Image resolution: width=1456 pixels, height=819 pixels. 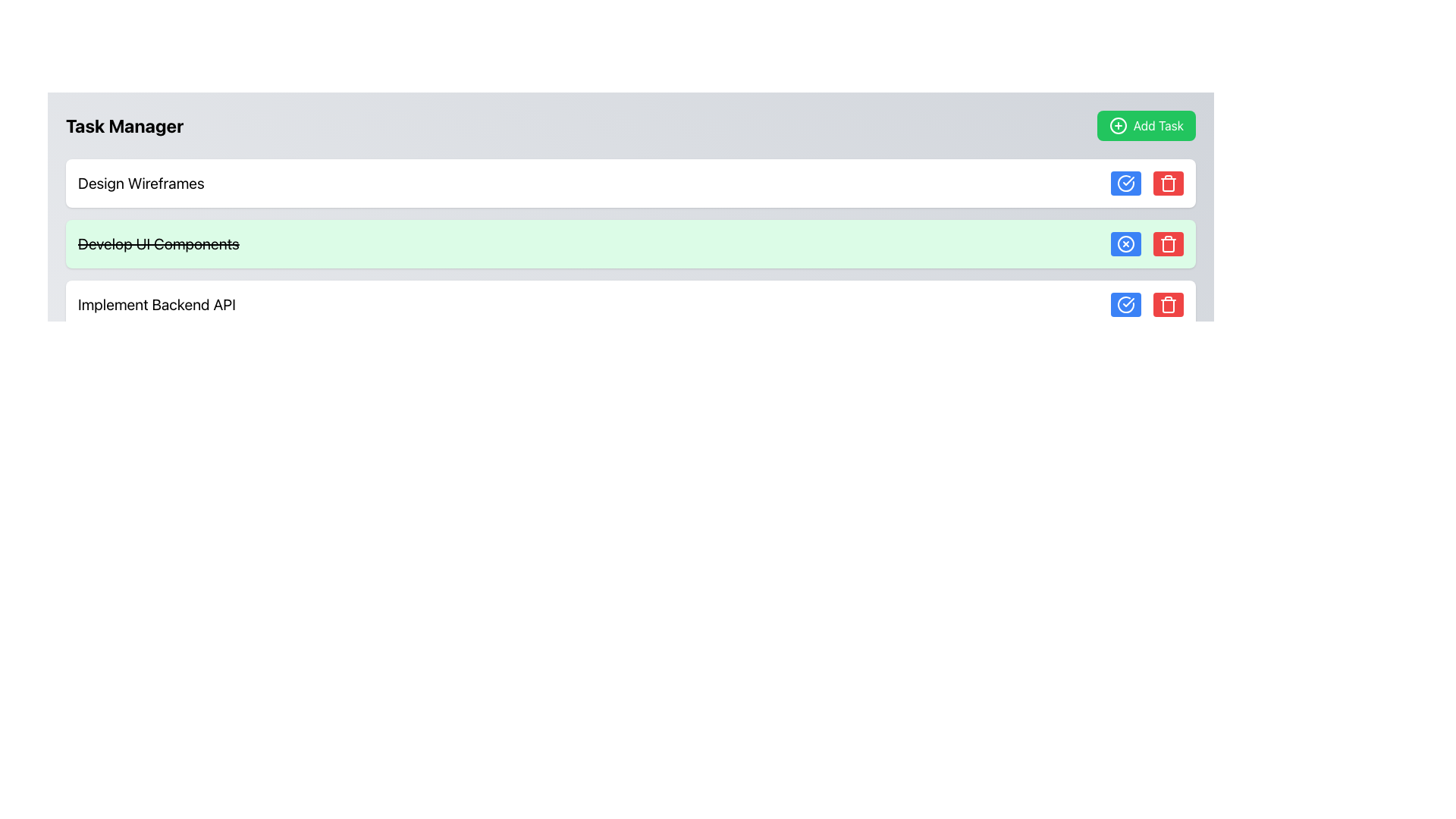 I want to click on to interact with the completed task labeled 'Develop UI Components', which is the second entry in the task list with a strikethrough style, so click(x=630, y=243).